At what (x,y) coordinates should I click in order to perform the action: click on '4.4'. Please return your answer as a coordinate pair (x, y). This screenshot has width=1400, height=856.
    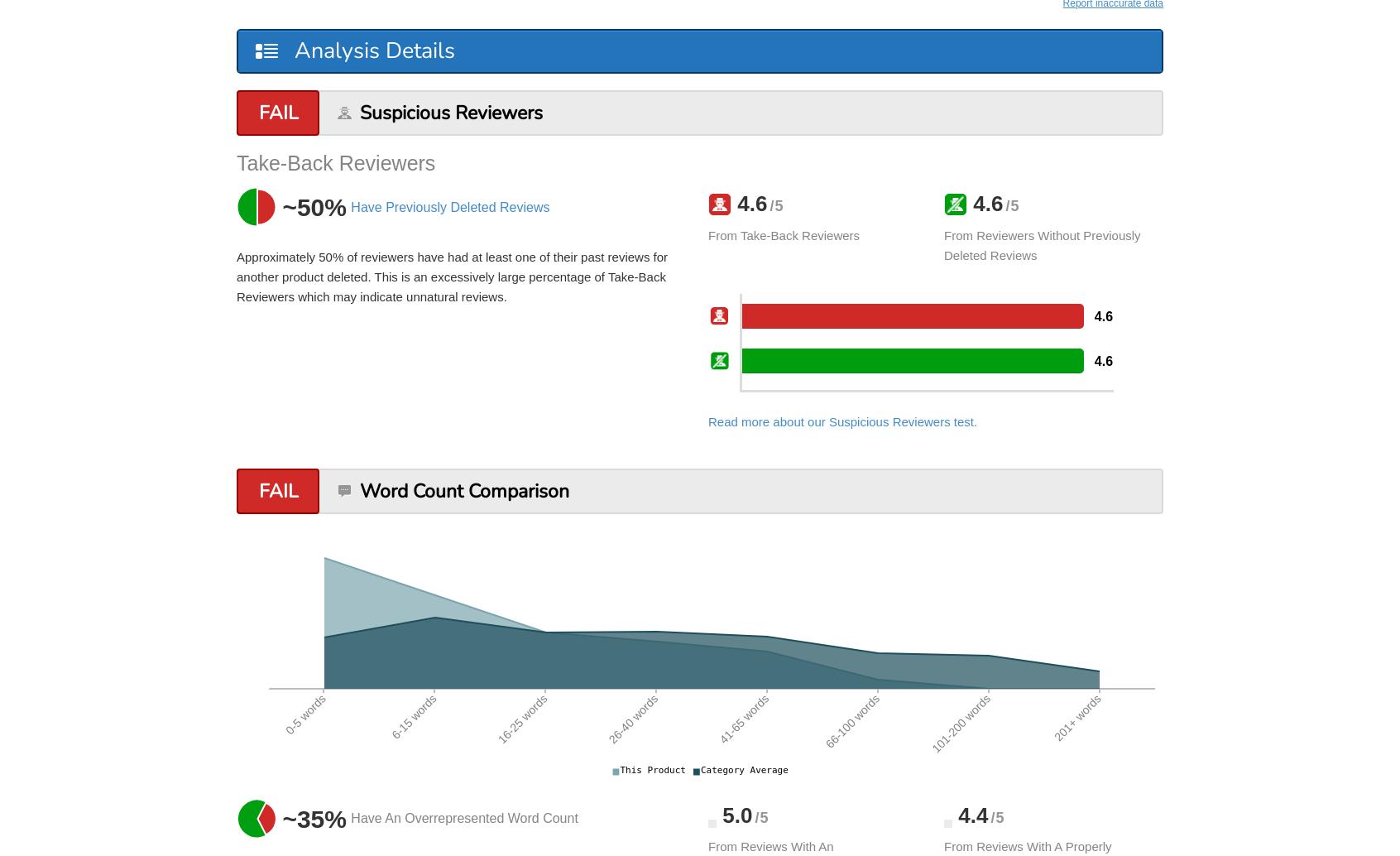
    Looking at the image, I should click on (969, 813).